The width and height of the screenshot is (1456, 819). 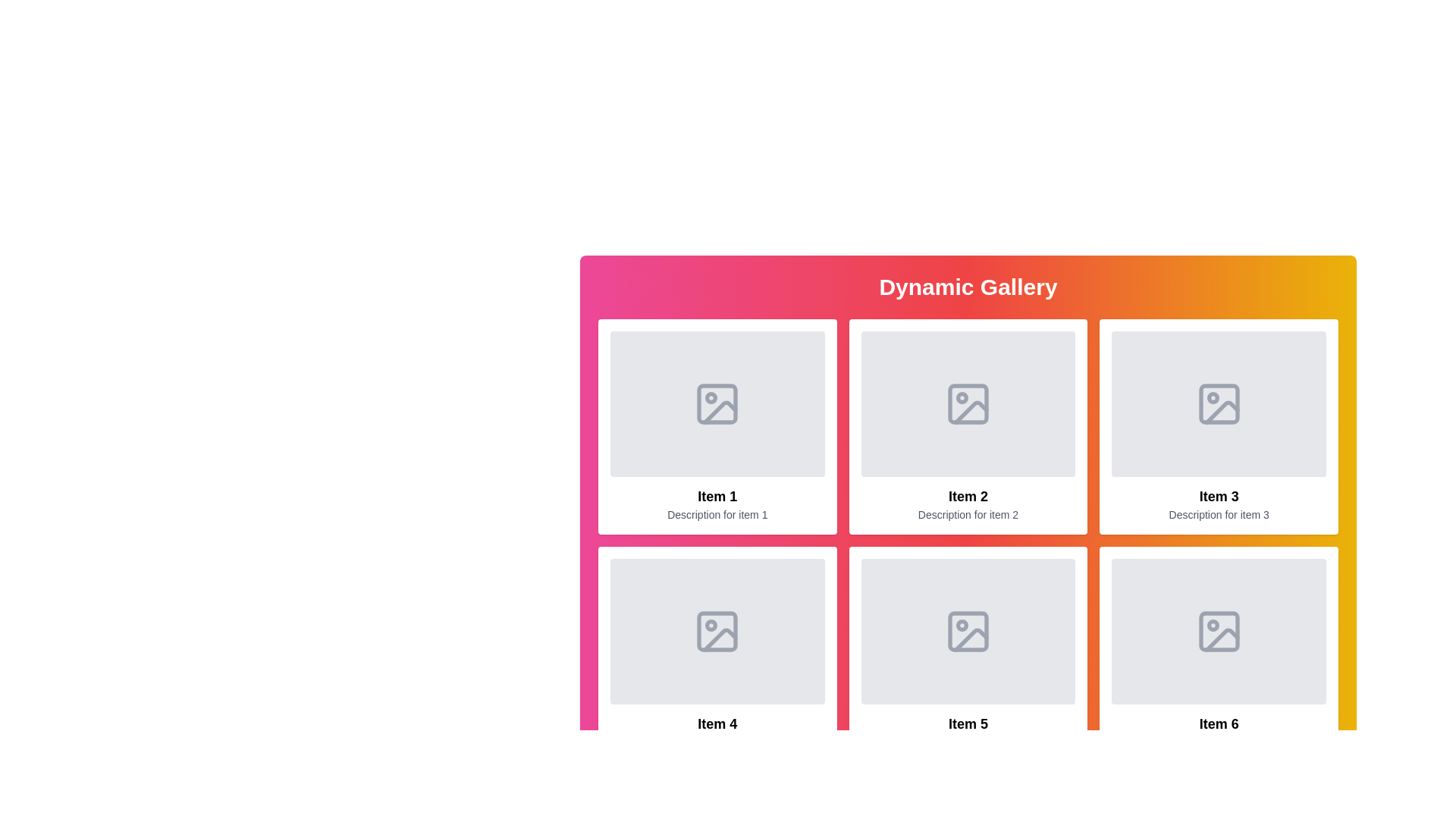 I want to click on text label displaying 'Item 3', which is bold and prominently styled, located in the third card of the first row under the header 'Dynamic Gallery', so click(x=1219, y=497).